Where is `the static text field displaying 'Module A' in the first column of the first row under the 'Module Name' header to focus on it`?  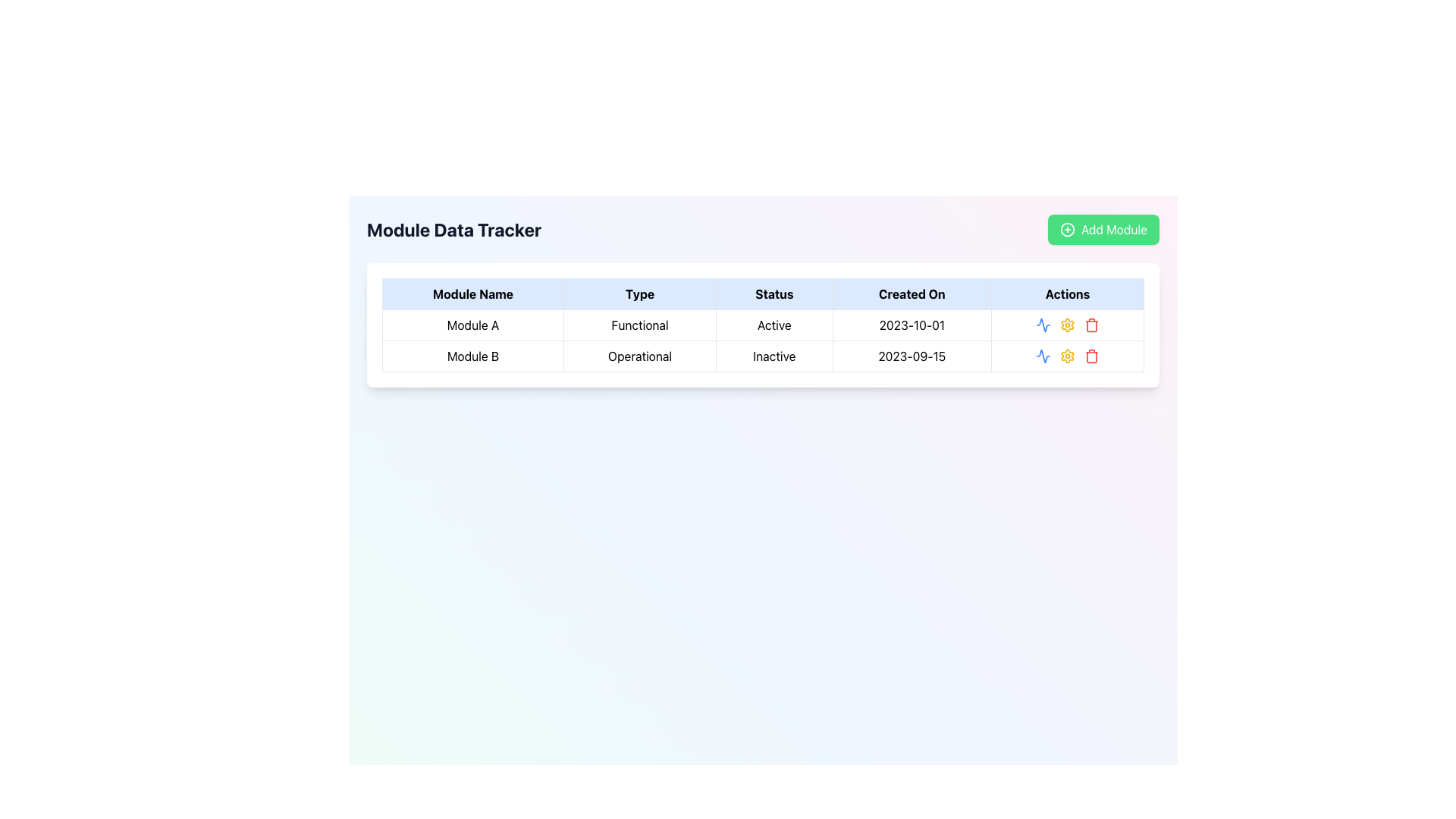 the static text field displaying 'Module A' in the first column of the first row under the 'Module Name' header to focus on it is located at coordinates (472, 324).